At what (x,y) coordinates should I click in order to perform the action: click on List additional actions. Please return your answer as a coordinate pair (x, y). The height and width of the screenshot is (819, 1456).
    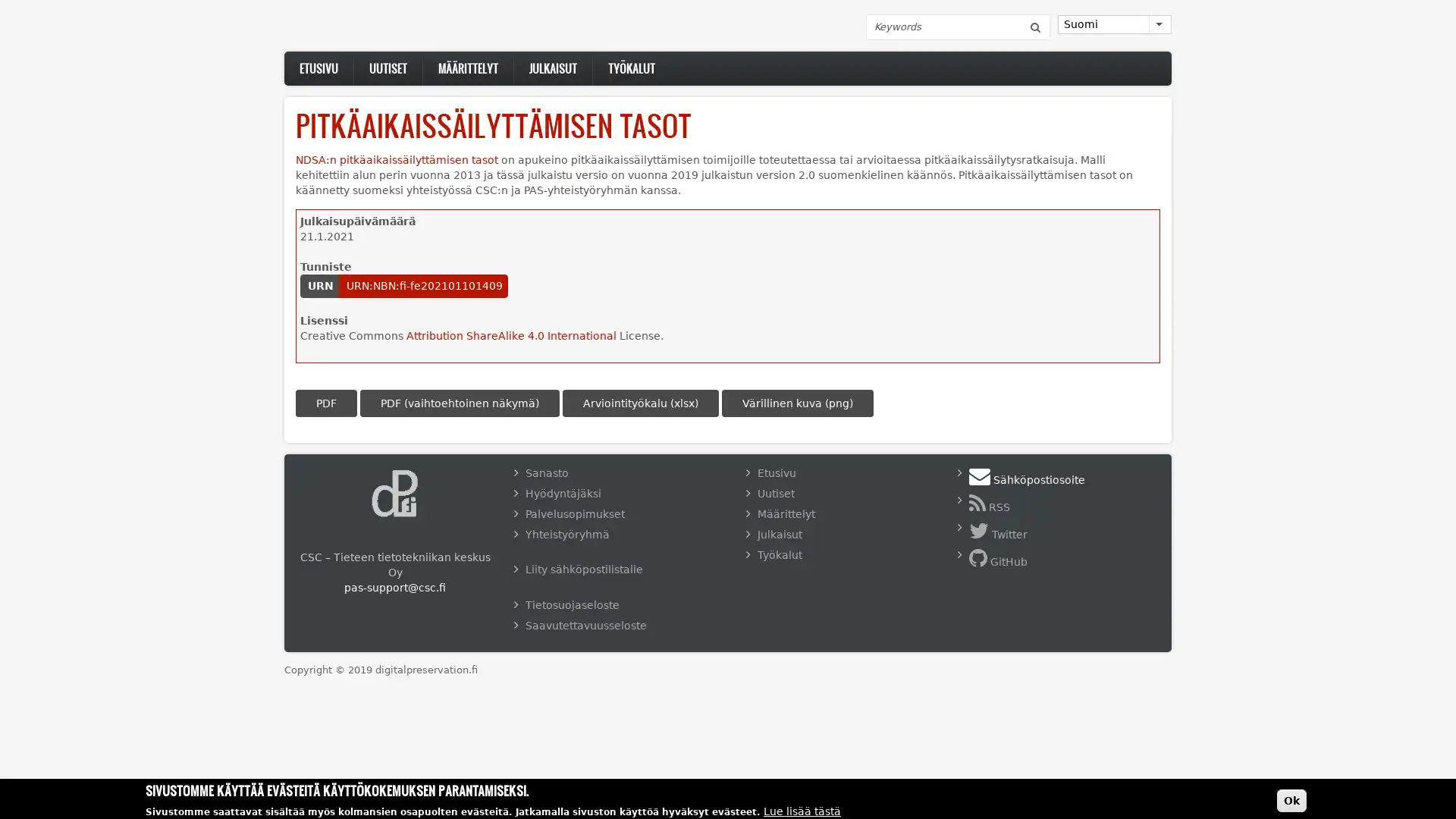
    Looking at the image, I should click on (1159, 24).